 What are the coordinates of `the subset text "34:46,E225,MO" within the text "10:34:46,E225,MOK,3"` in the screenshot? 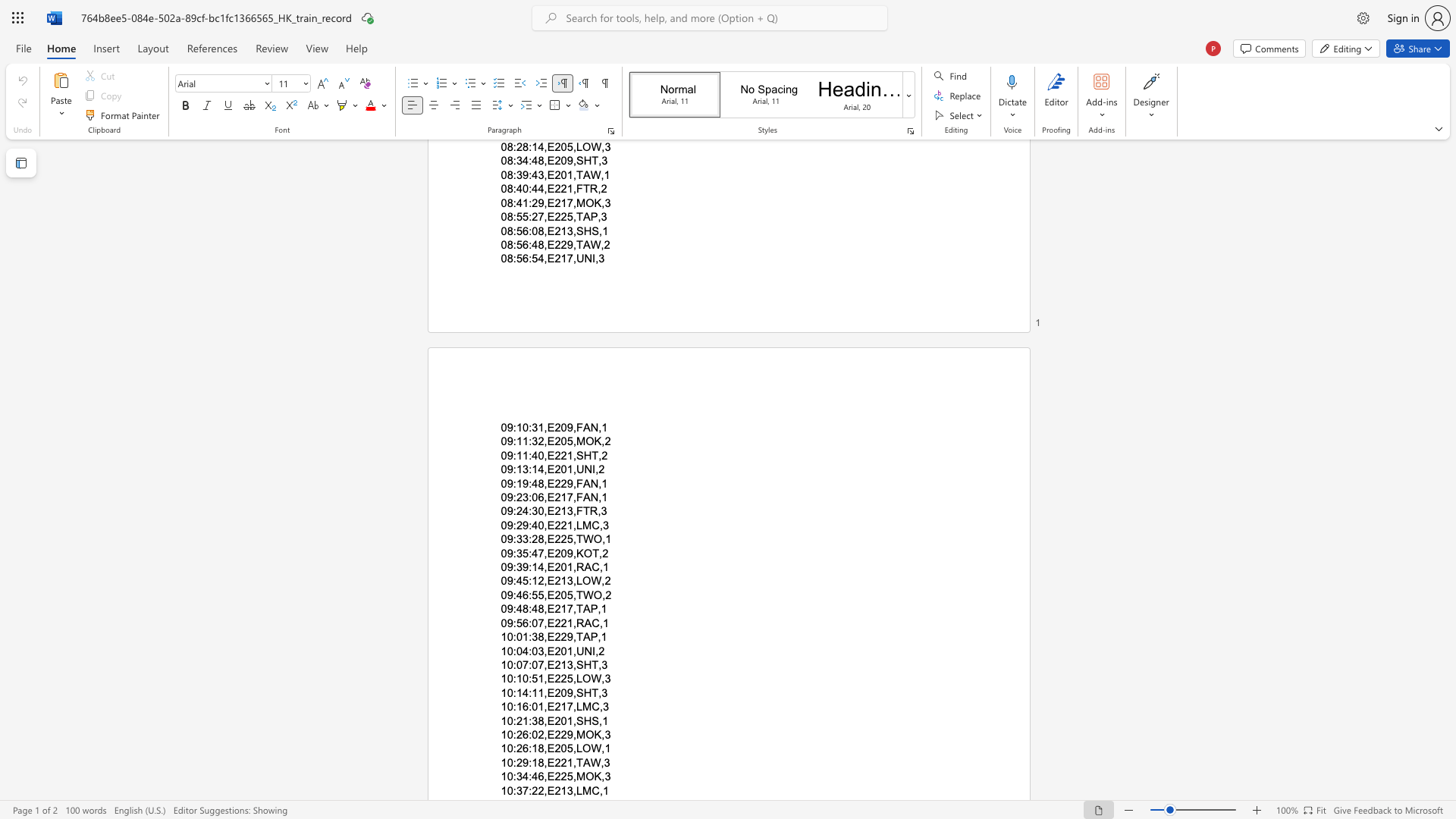 It's located at (516, 777).